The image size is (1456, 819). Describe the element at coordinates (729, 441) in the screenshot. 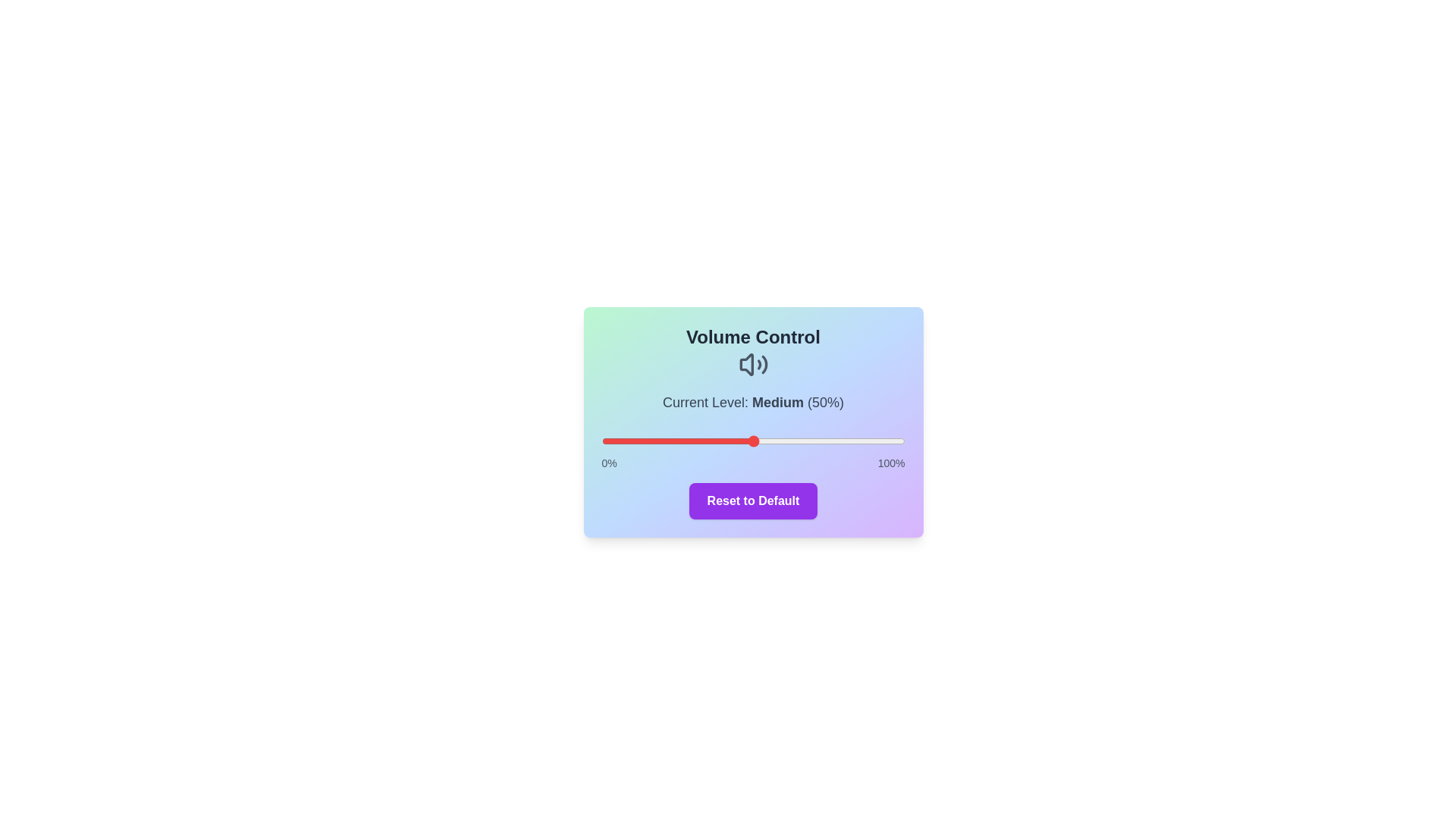

I see `the volume to 42% by dragging the slider` at that location.